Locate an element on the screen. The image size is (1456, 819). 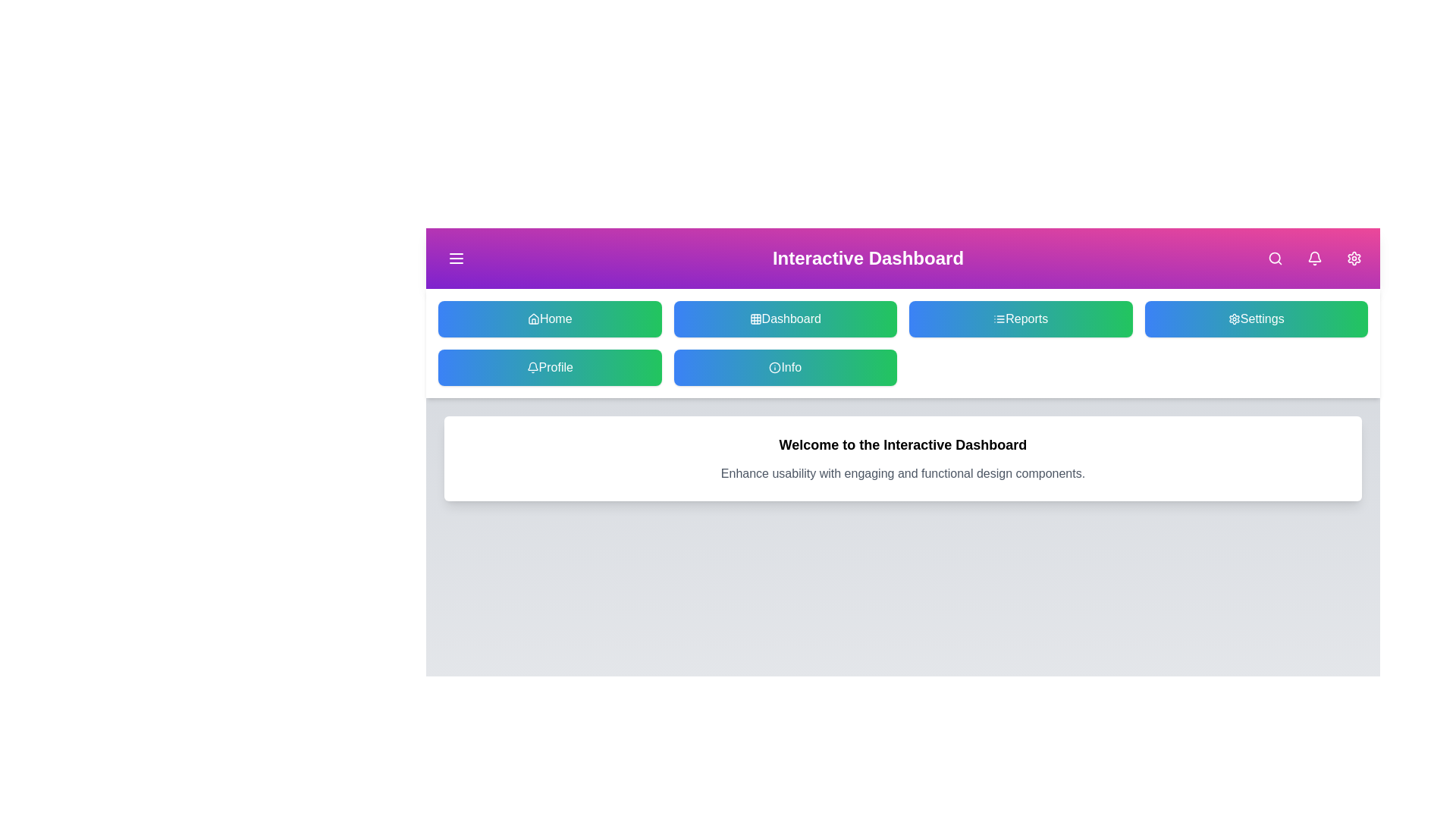
the Search button in the header navigation is located at coordinates (1274, 257).